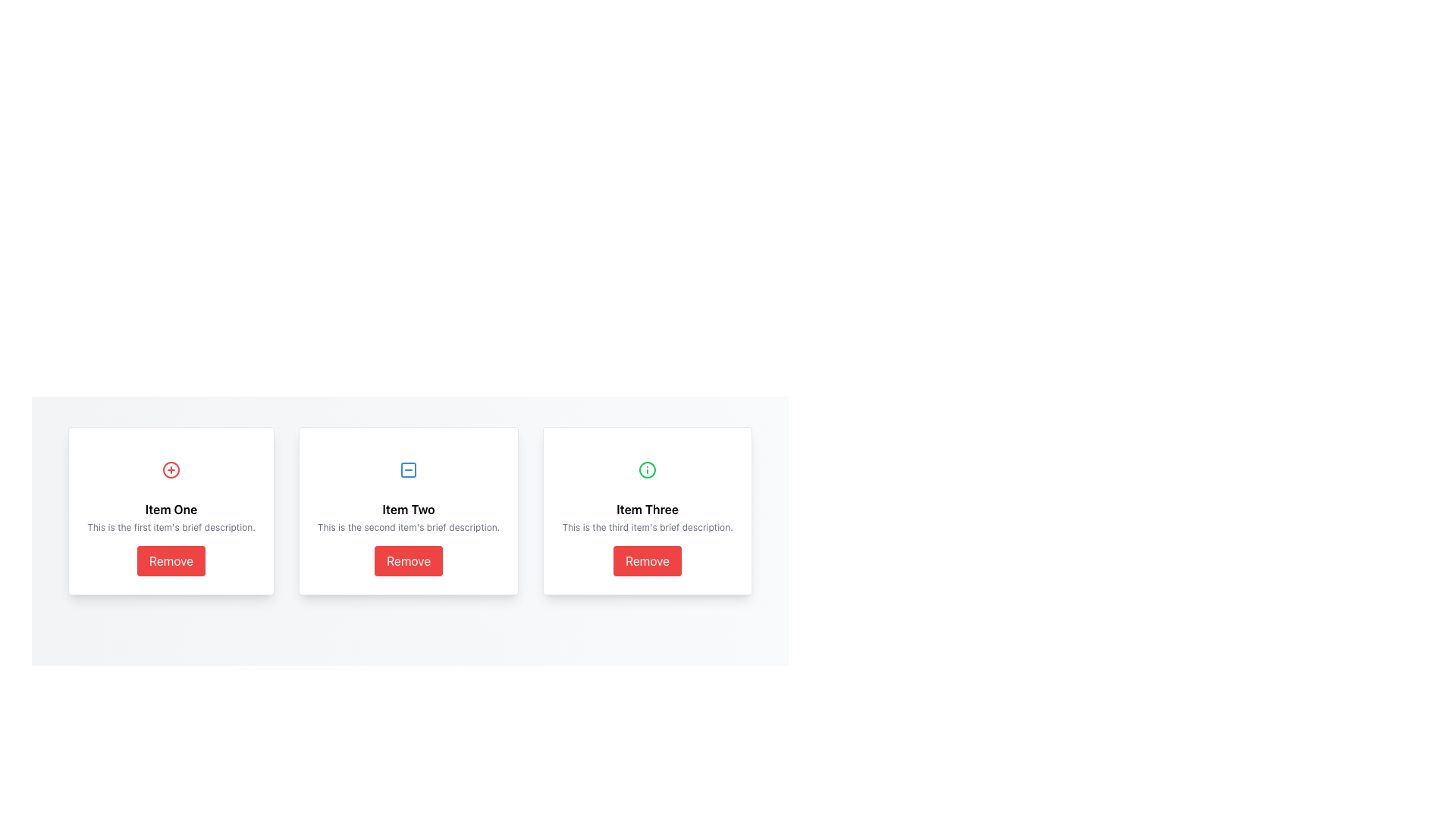  I want to click on the icon located at the top-center of the 'Item Three' card, which symbolizes information related to the card content, so click(648, 469).